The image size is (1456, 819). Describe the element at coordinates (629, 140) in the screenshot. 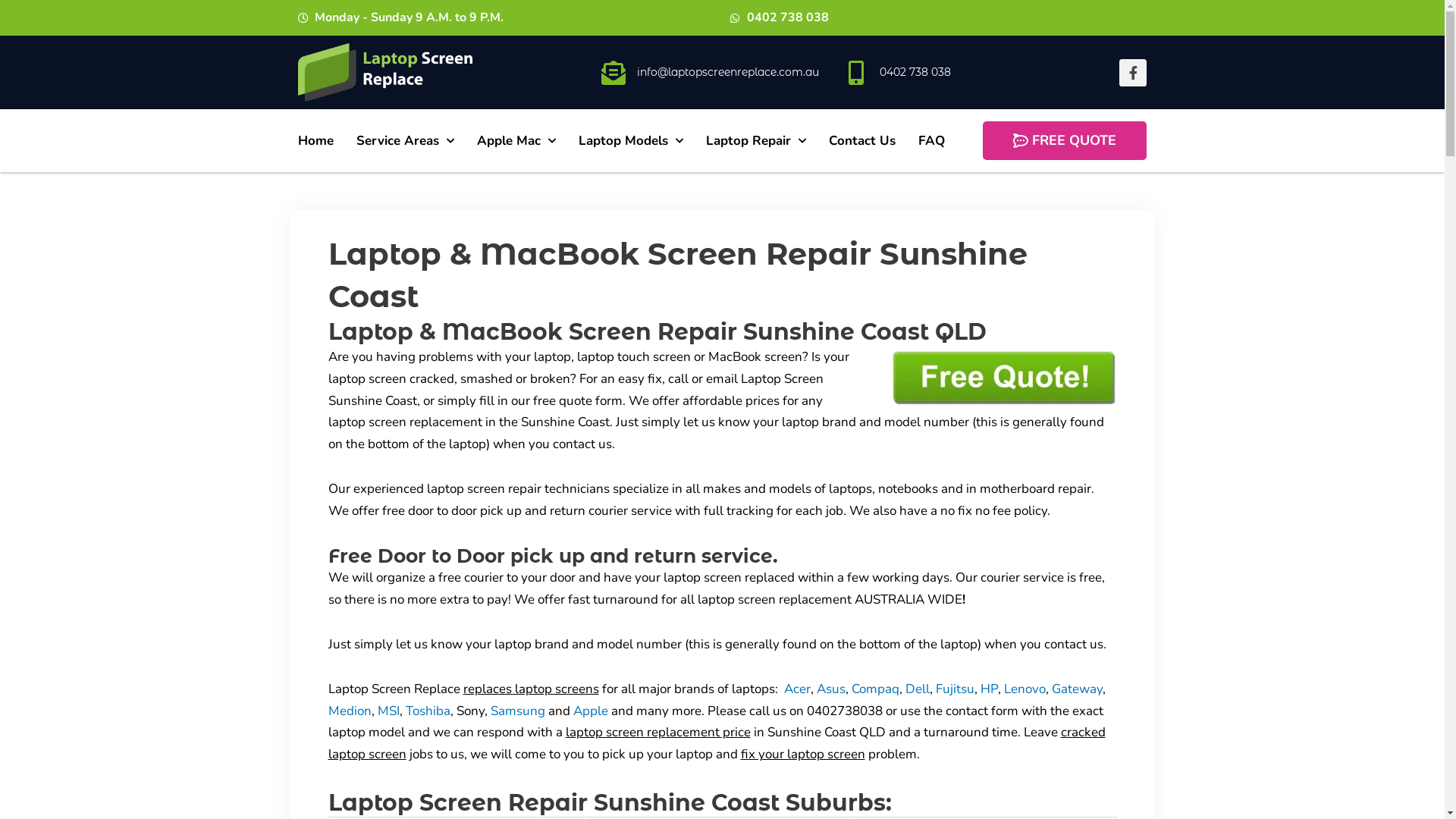

I see `'Laptop Models'` at that location.